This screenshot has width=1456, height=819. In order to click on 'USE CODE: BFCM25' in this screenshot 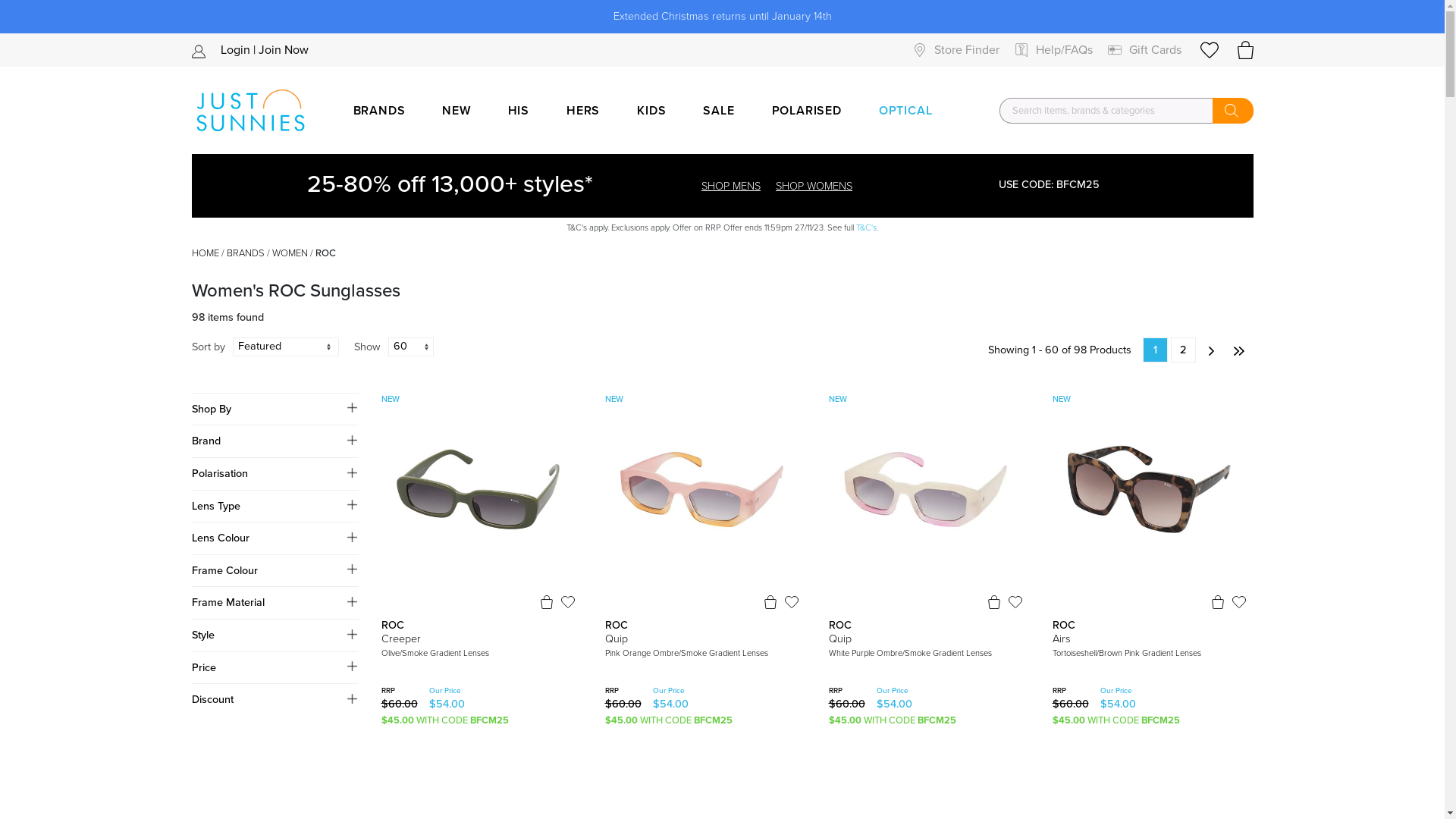, I will do `click(960, 184)`.